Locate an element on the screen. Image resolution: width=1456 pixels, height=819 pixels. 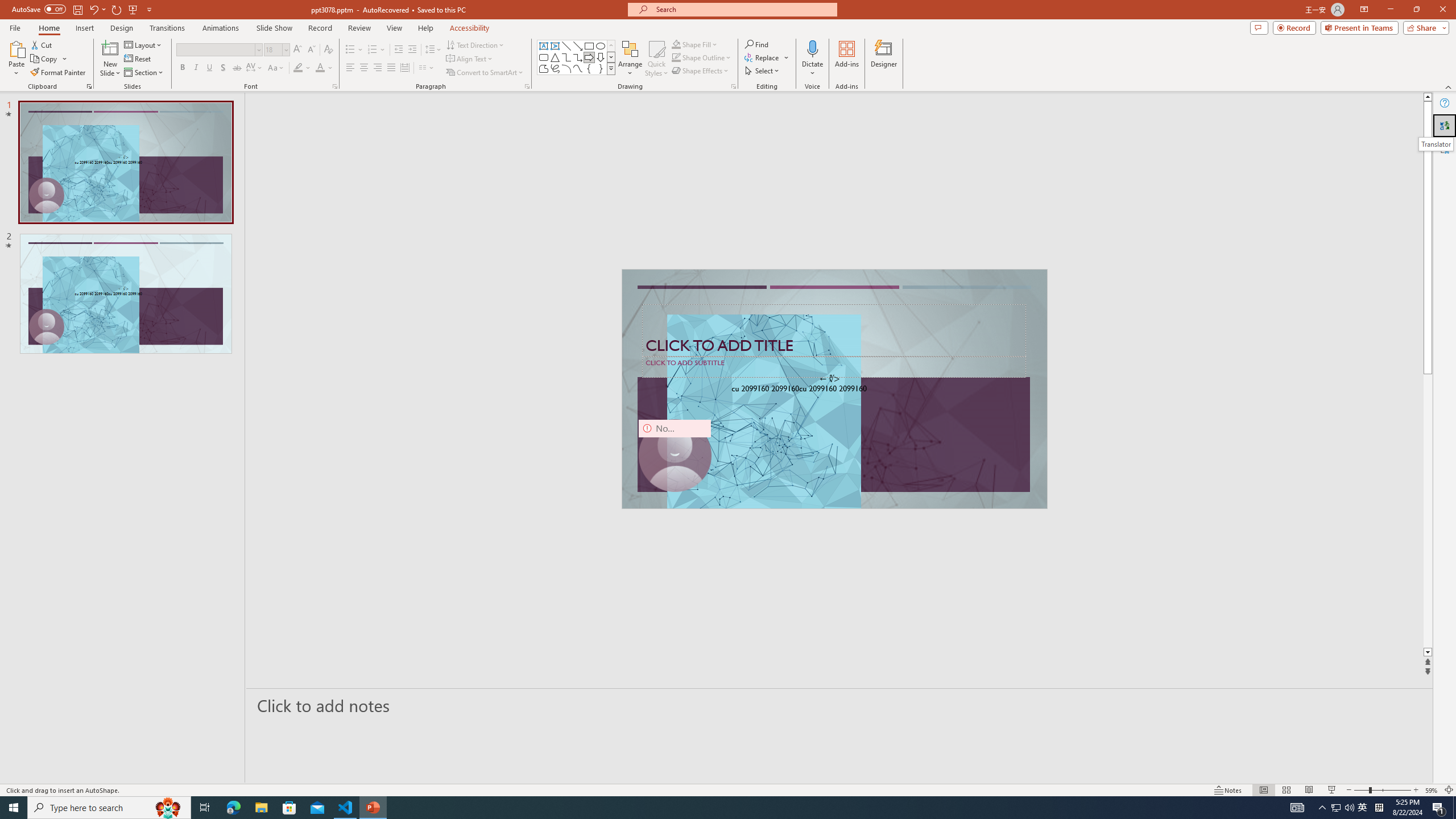
'Camera 9, No camera detected.' is located at coordinates (675, 455).